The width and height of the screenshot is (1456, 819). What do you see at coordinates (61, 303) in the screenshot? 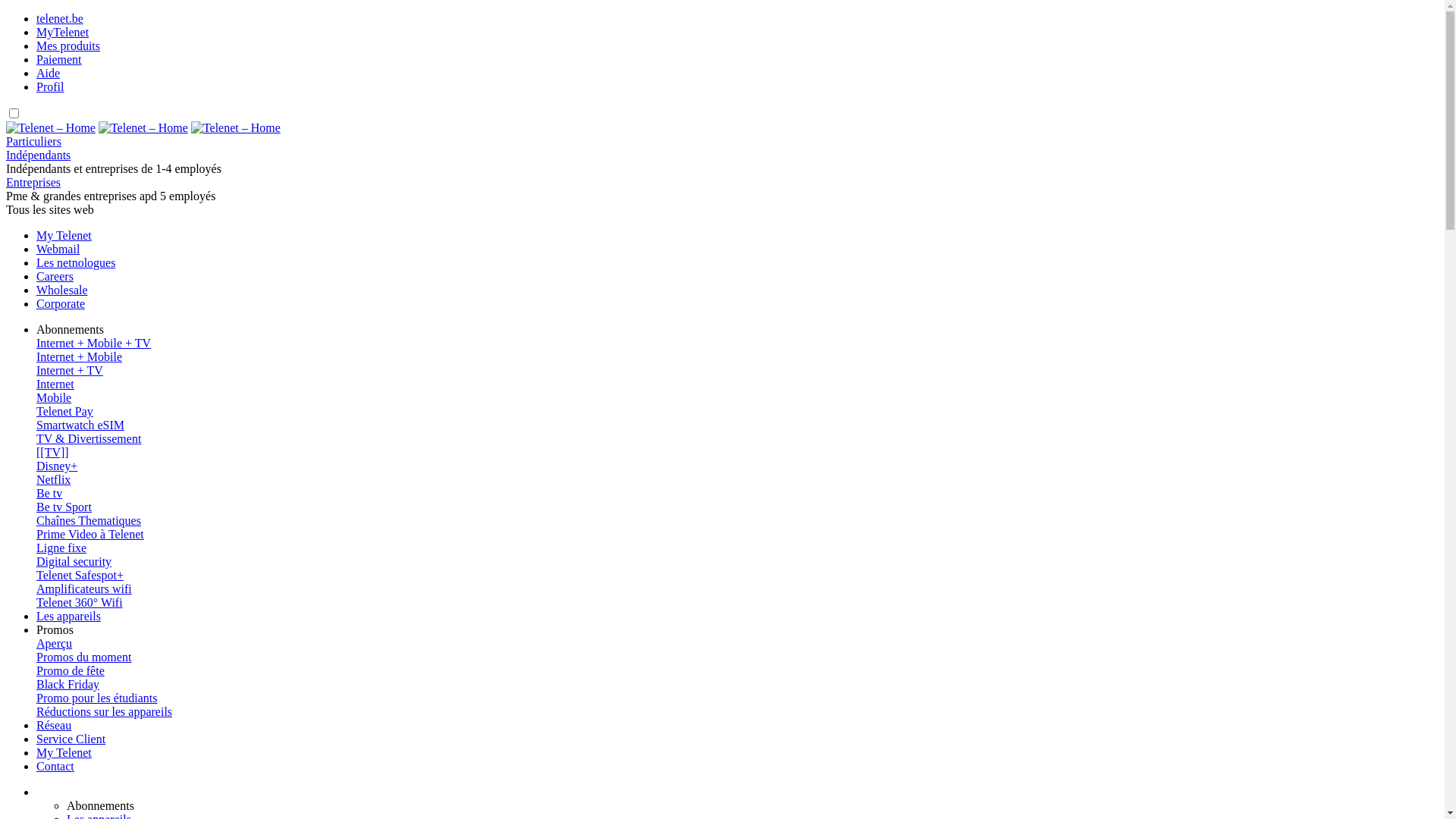
I see `'Corporate'` at bounding box center [61, 303].